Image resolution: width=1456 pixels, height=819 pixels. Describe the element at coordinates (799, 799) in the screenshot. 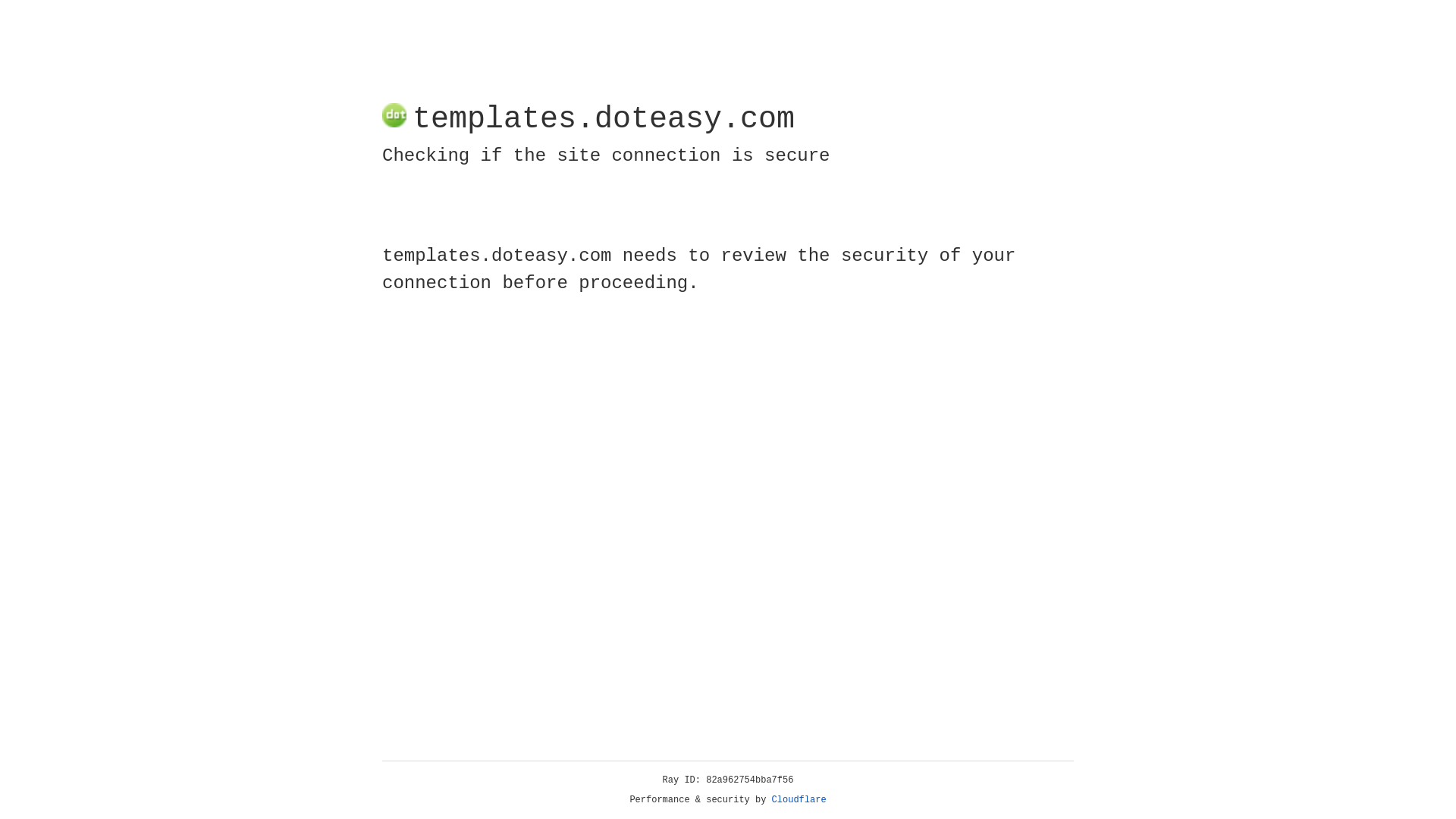

I see `'Cloudflare'` at that location.